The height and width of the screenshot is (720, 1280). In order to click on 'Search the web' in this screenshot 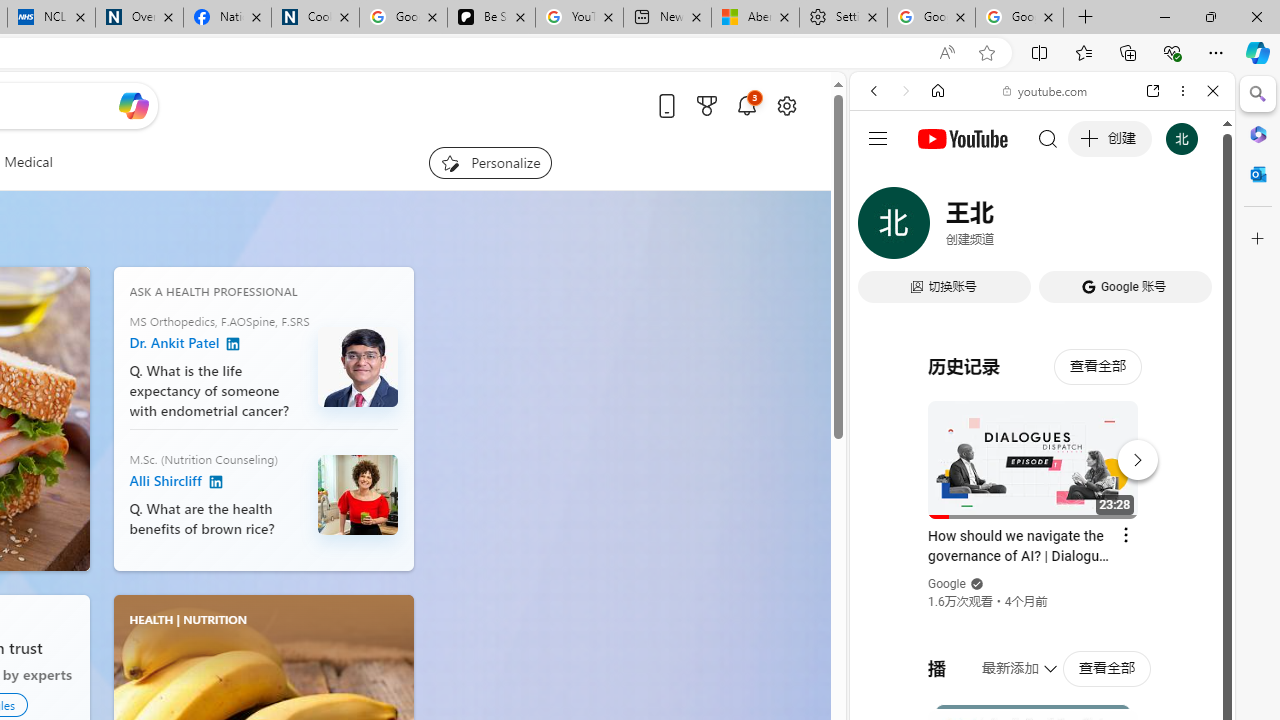, I will do `click(1051, 137)`.